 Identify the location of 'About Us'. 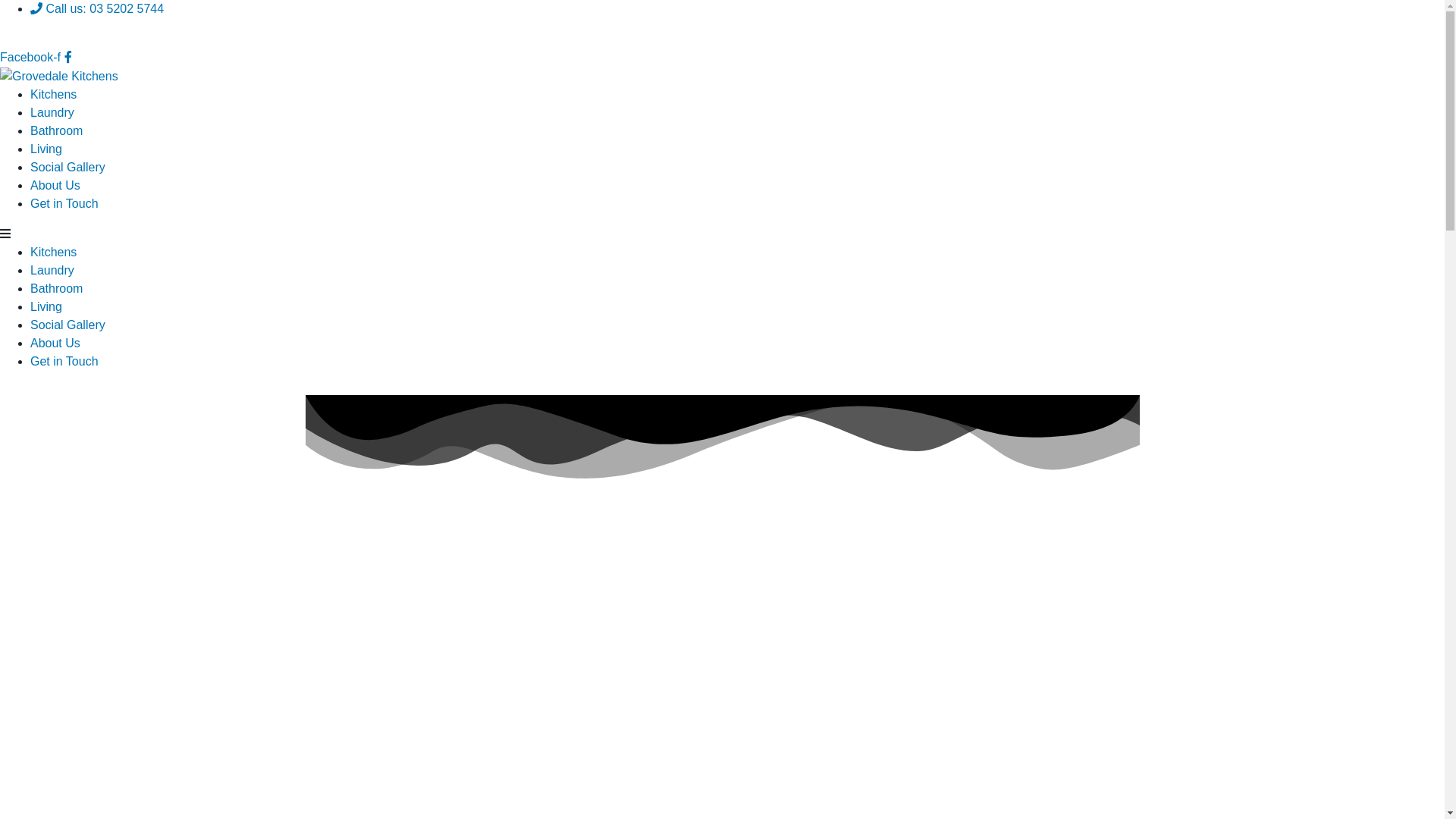
(30, 343).